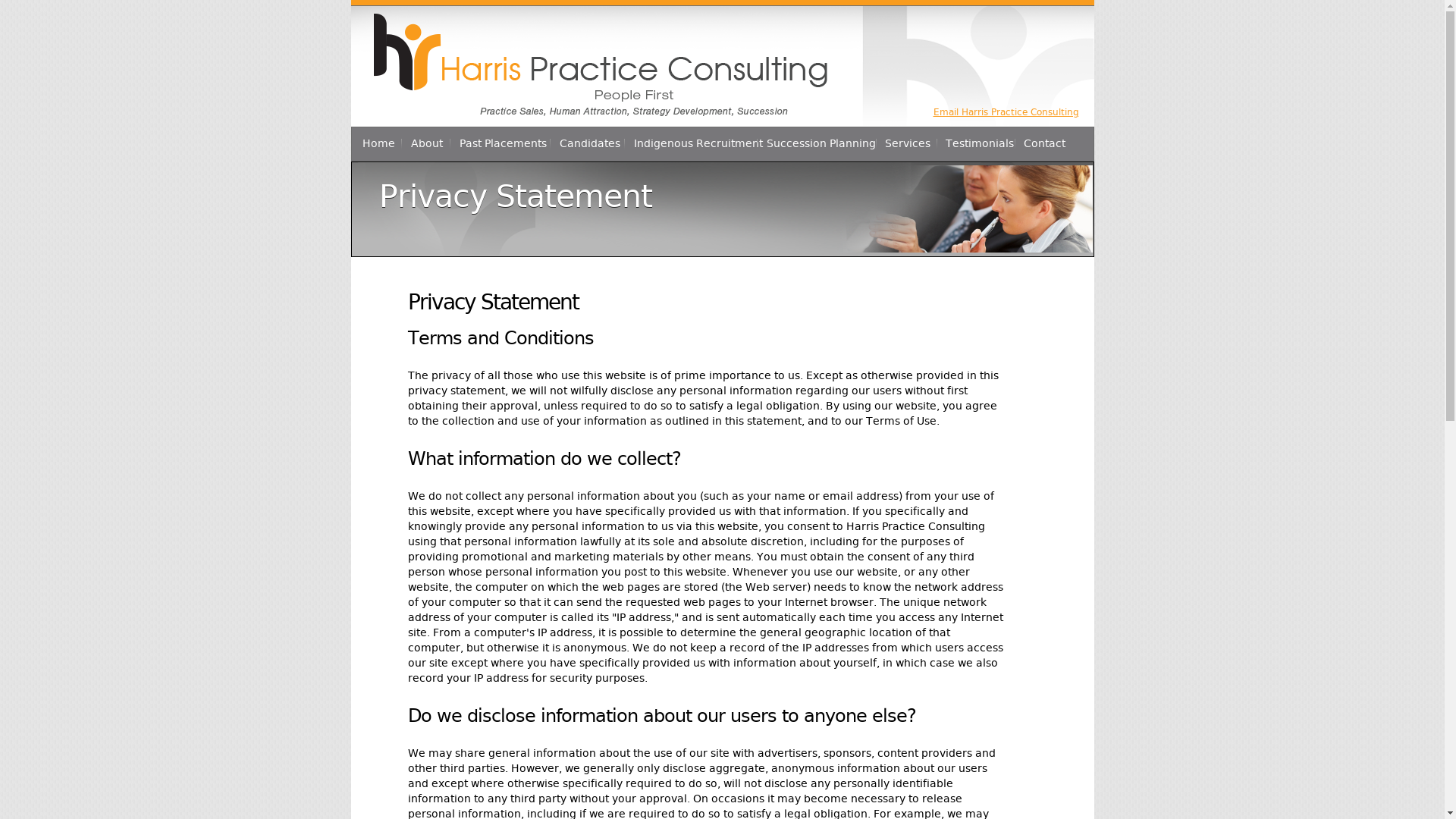 Image resolution: width=1456 pixels, height=819 pixels. I want to click on 'Contact', so click(1043, 143).